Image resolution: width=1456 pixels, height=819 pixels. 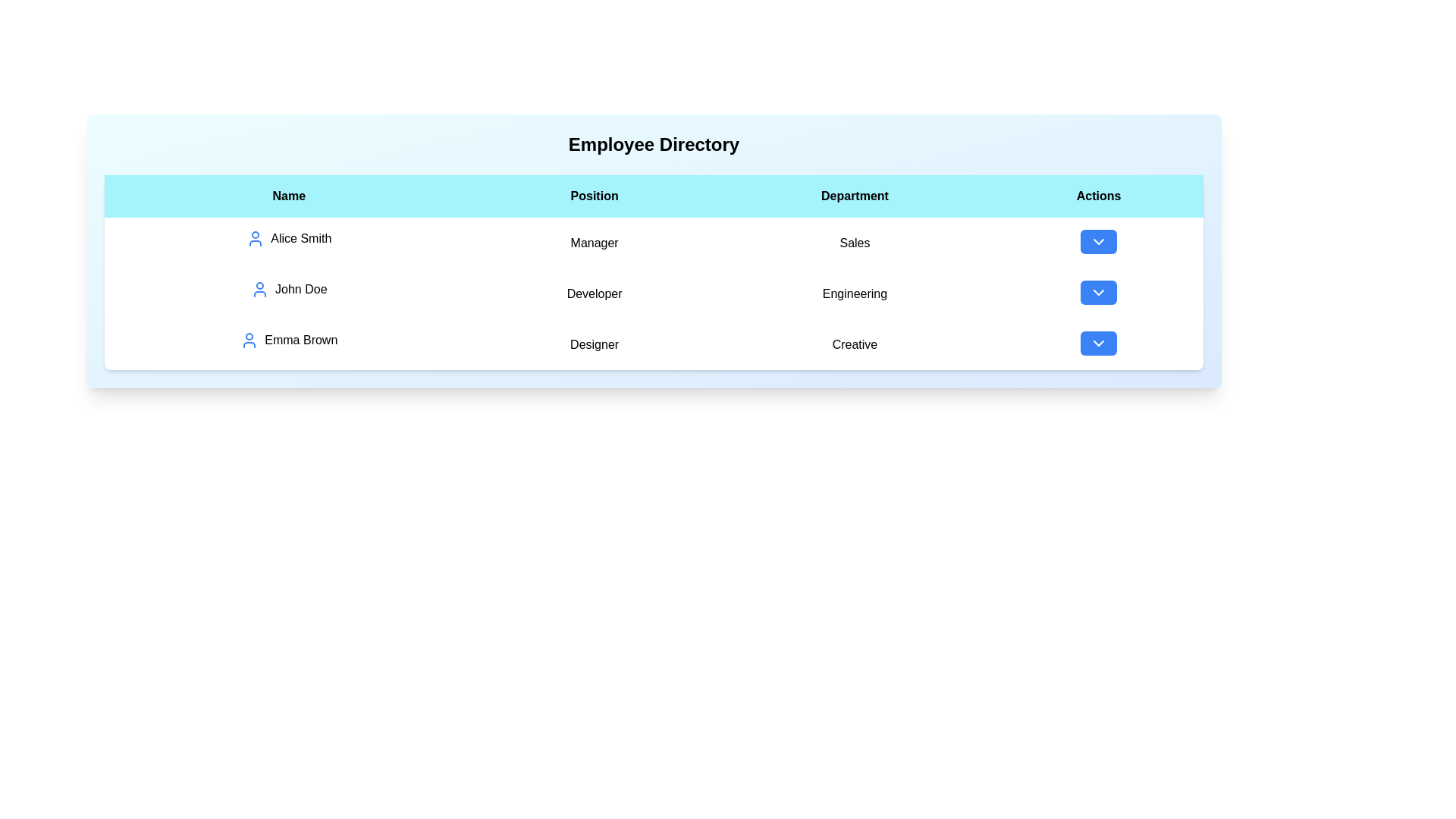 What do you see at coordinates (256, 239) in the screenshot?
I see `the user account icon located at the leftmost side of the row containing the name 'Alice Smith' in the table layout` at bounding box center [256, 239].